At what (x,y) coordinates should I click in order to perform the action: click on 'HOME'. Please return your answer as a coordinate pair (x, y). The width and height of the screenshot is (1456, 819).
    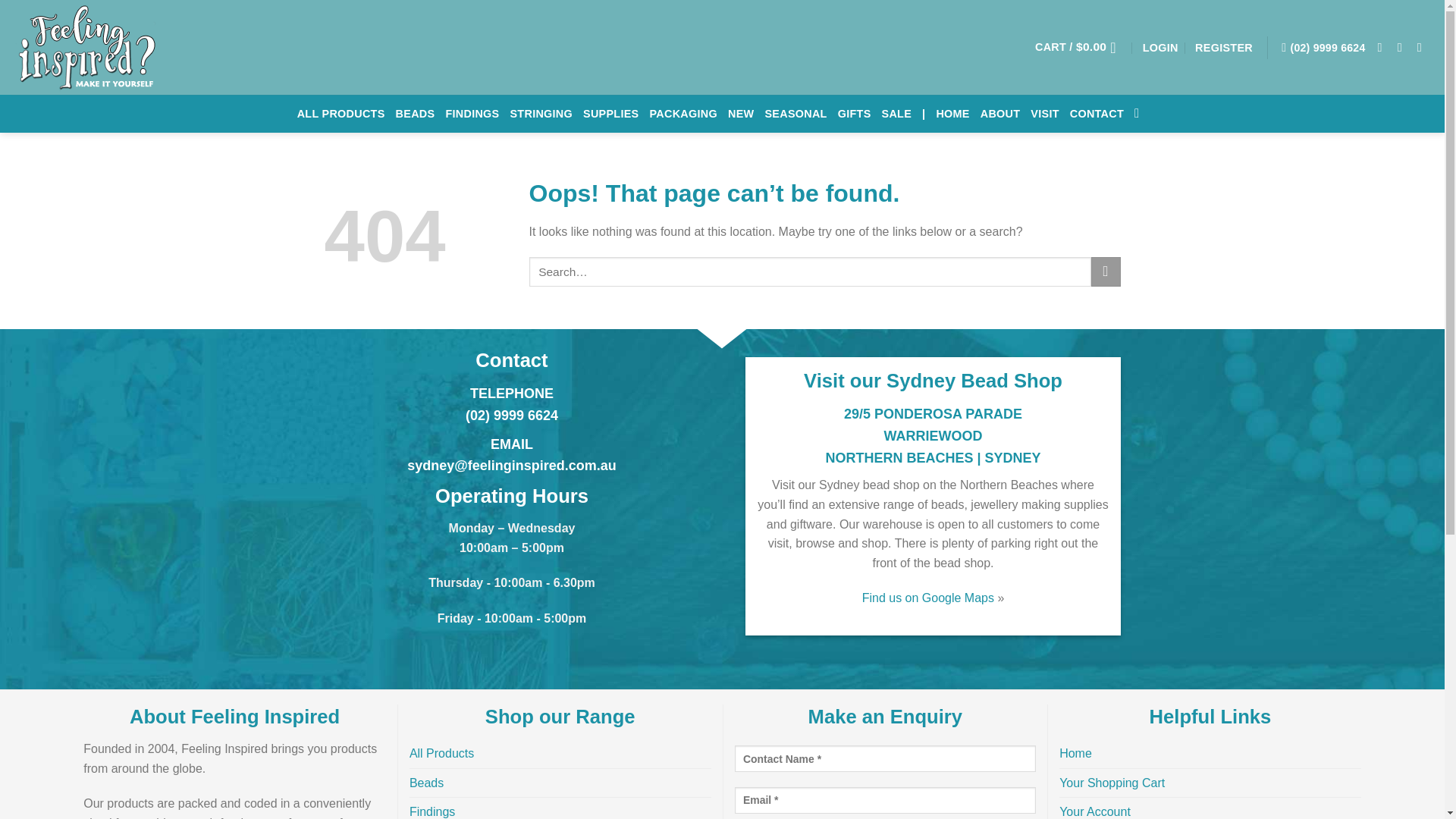
    Looking at the image, I should click on (952, 113).